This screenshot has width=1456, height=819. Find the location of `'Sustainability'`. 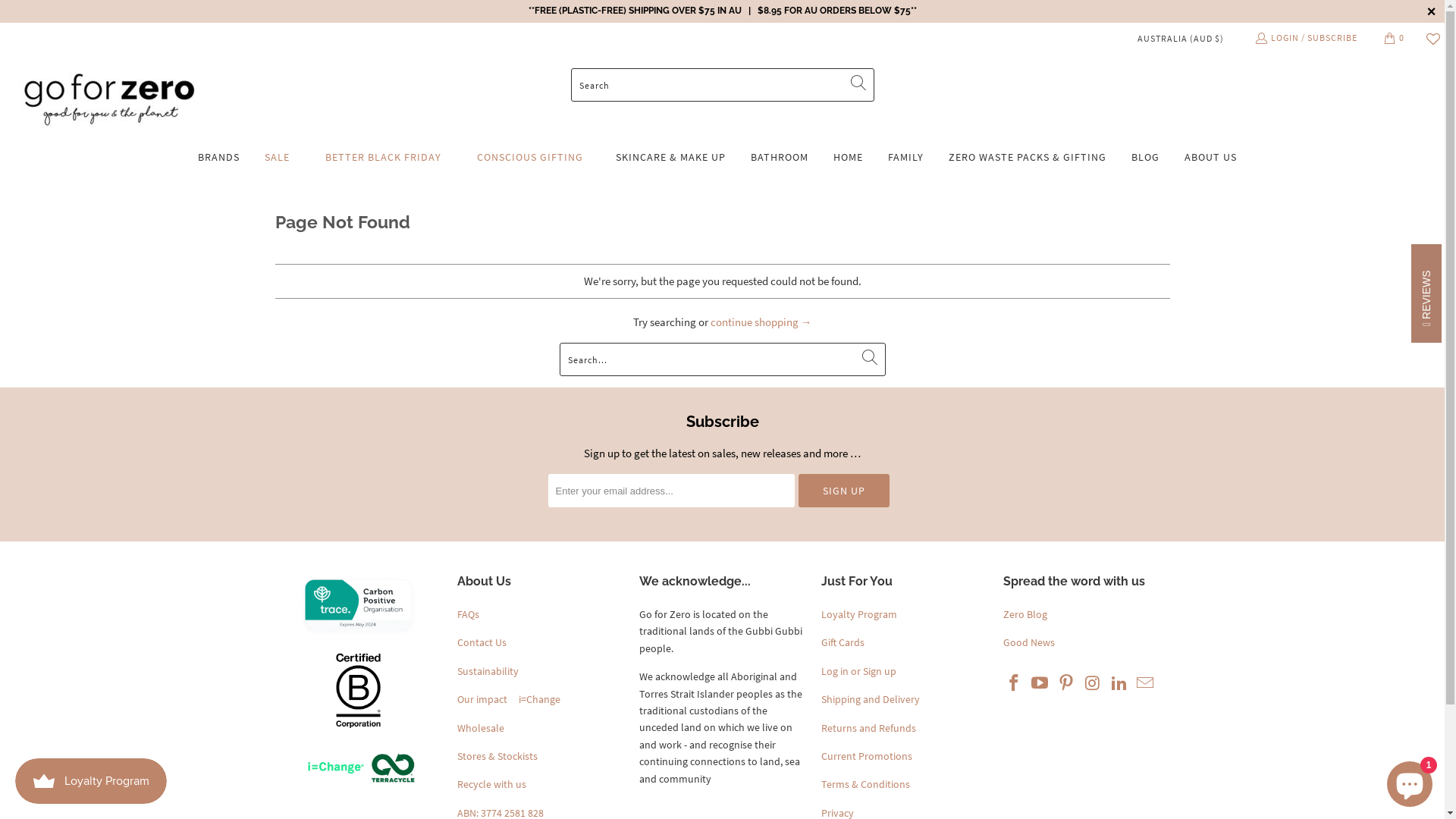

'Sustainability' is located at coordinates (487, 670).